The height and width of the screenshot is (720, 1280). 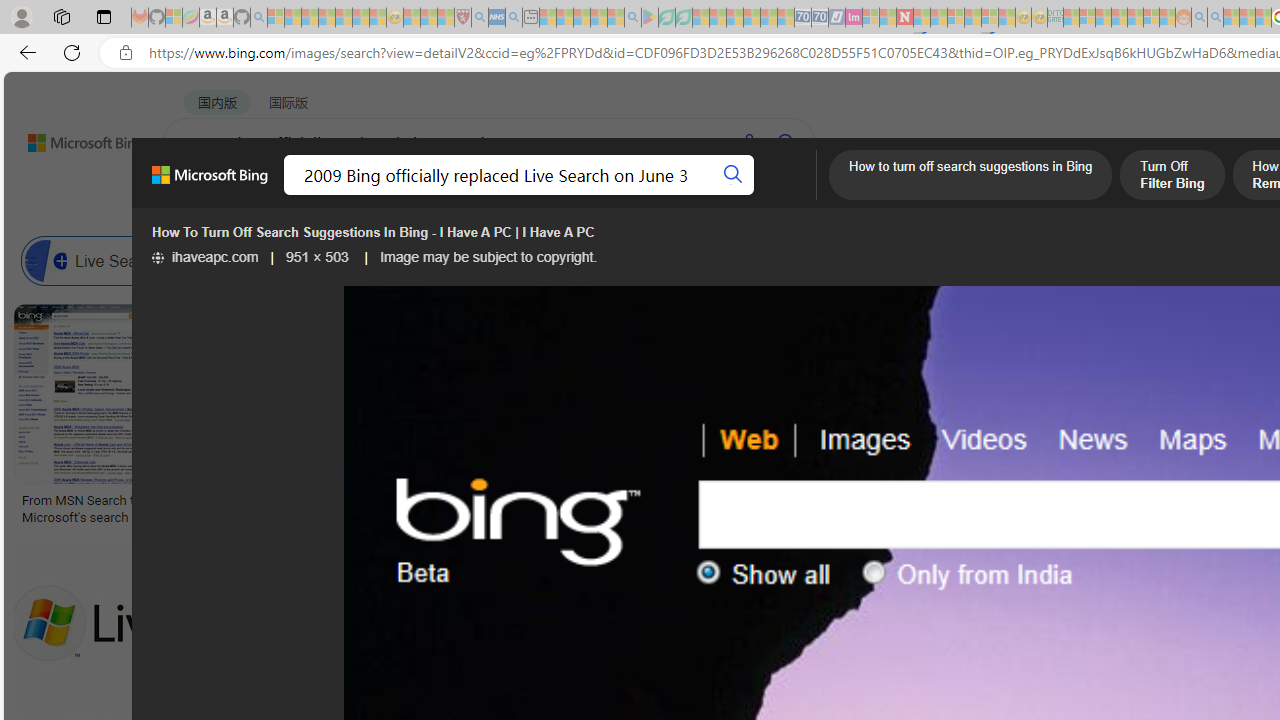 What do you see at coordinates (792, 195) in the screenshot?
I see `'Dropdown Menu'` at bounding box center [792, 195].